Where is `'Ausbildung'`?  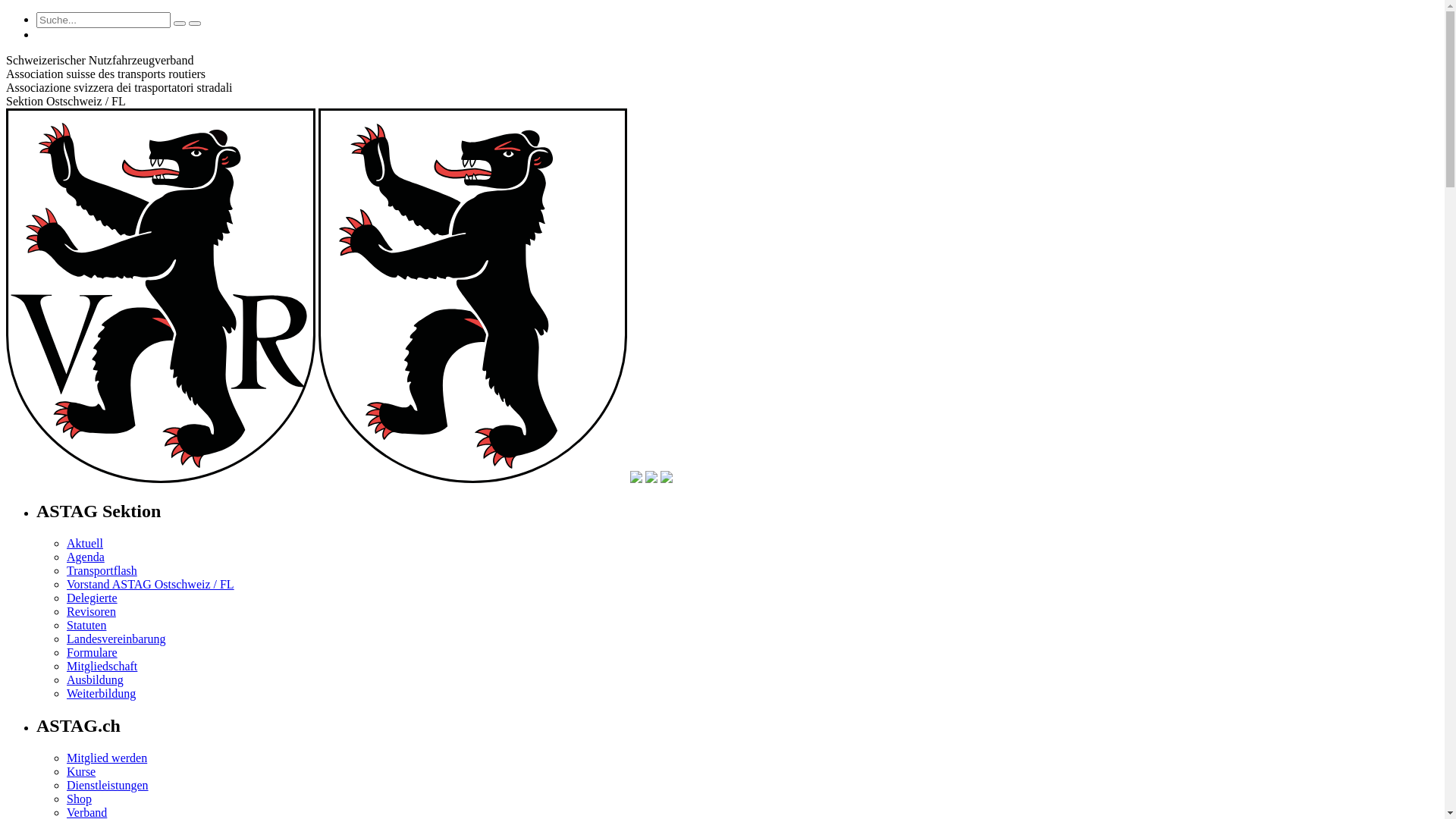
'Ausbildung' is located at coordinates (65, 679).